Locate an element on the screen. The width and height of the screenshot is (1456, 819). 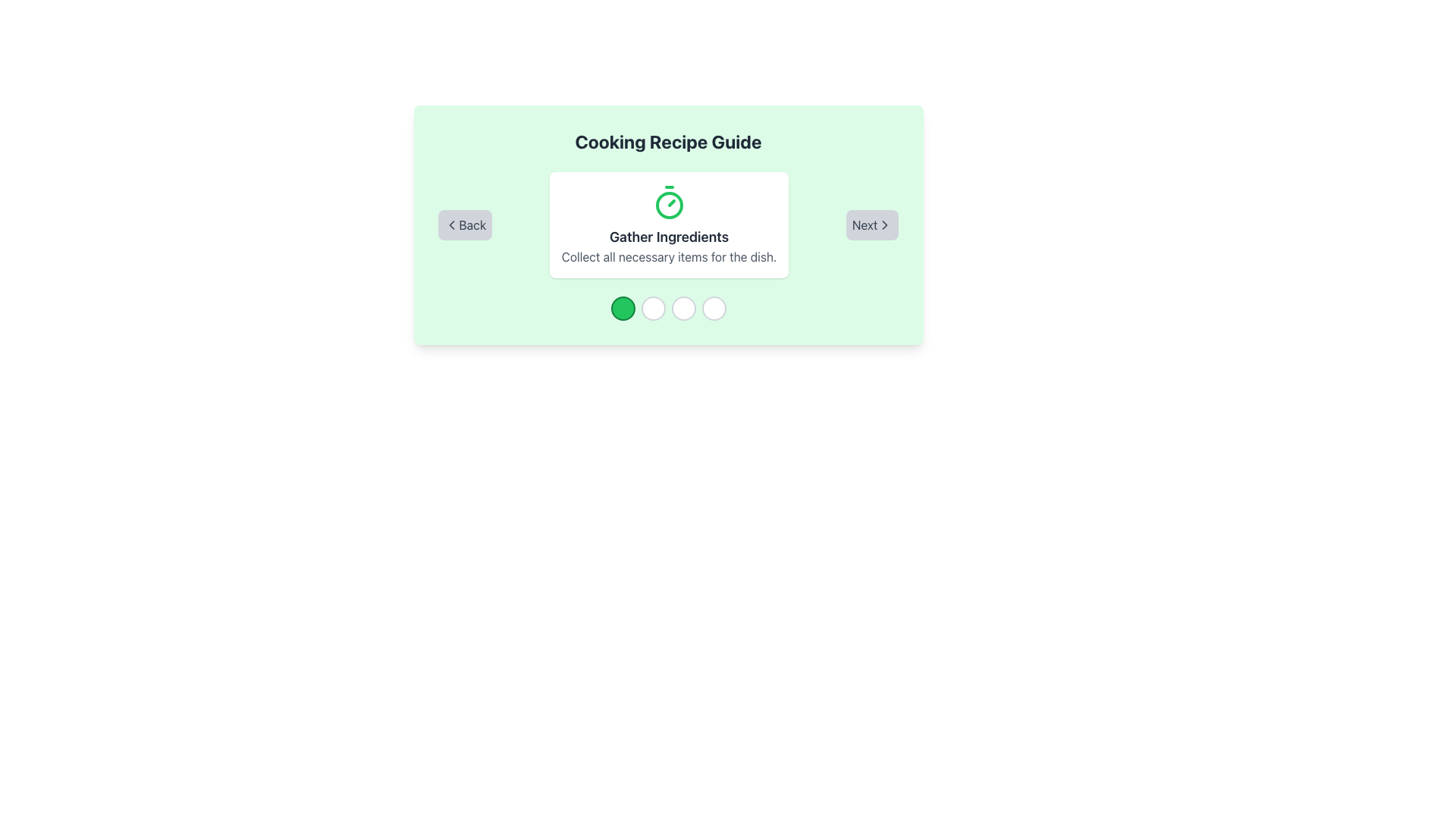
the Informational Content Box that displays a step or instruction in a process, which includes a title, an illustrative icon, and a description is located at coordinates (668, 225).